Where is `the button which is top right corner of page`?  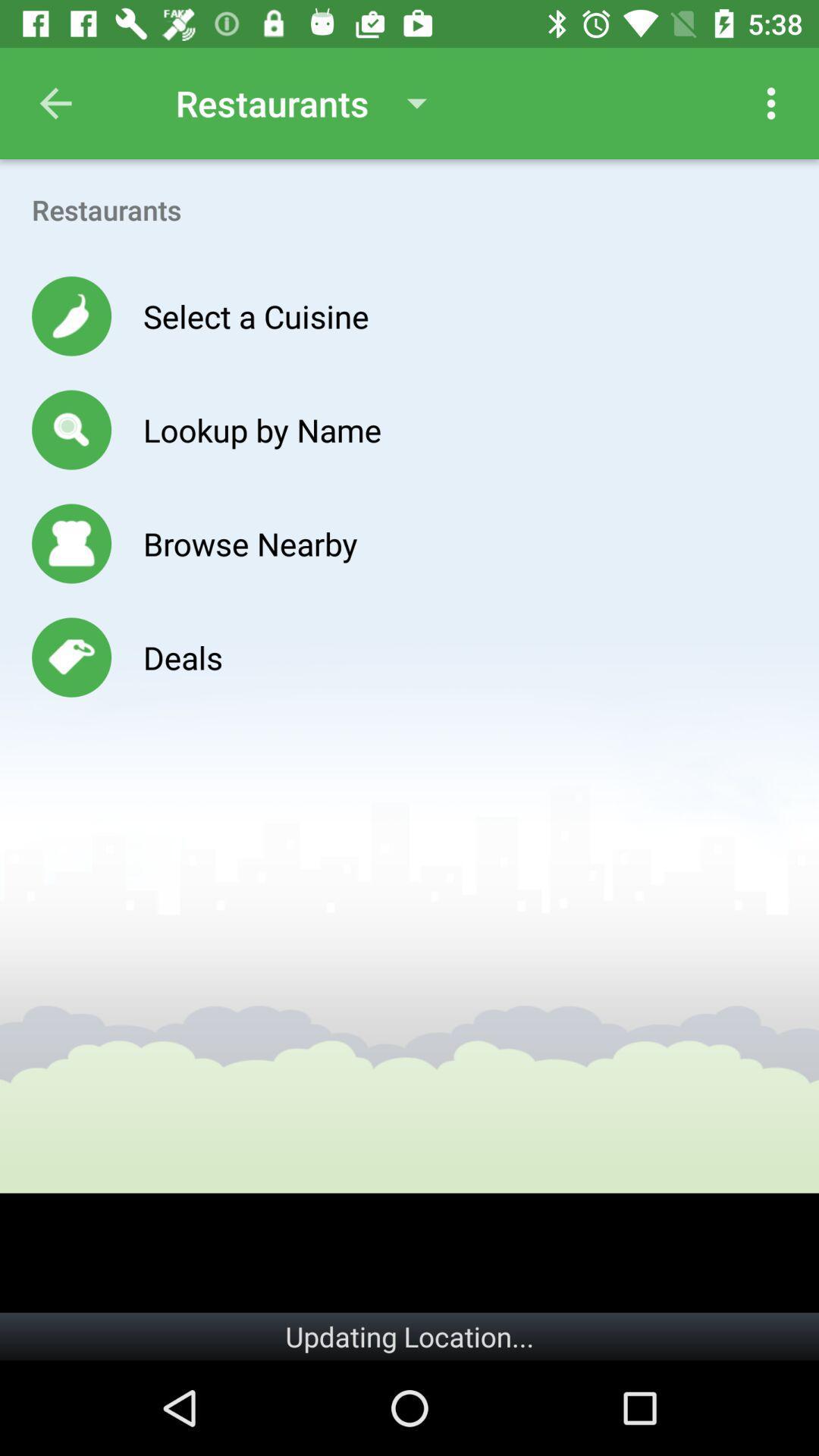
the button which is top right corner of page is located at coordinates (771, 103).